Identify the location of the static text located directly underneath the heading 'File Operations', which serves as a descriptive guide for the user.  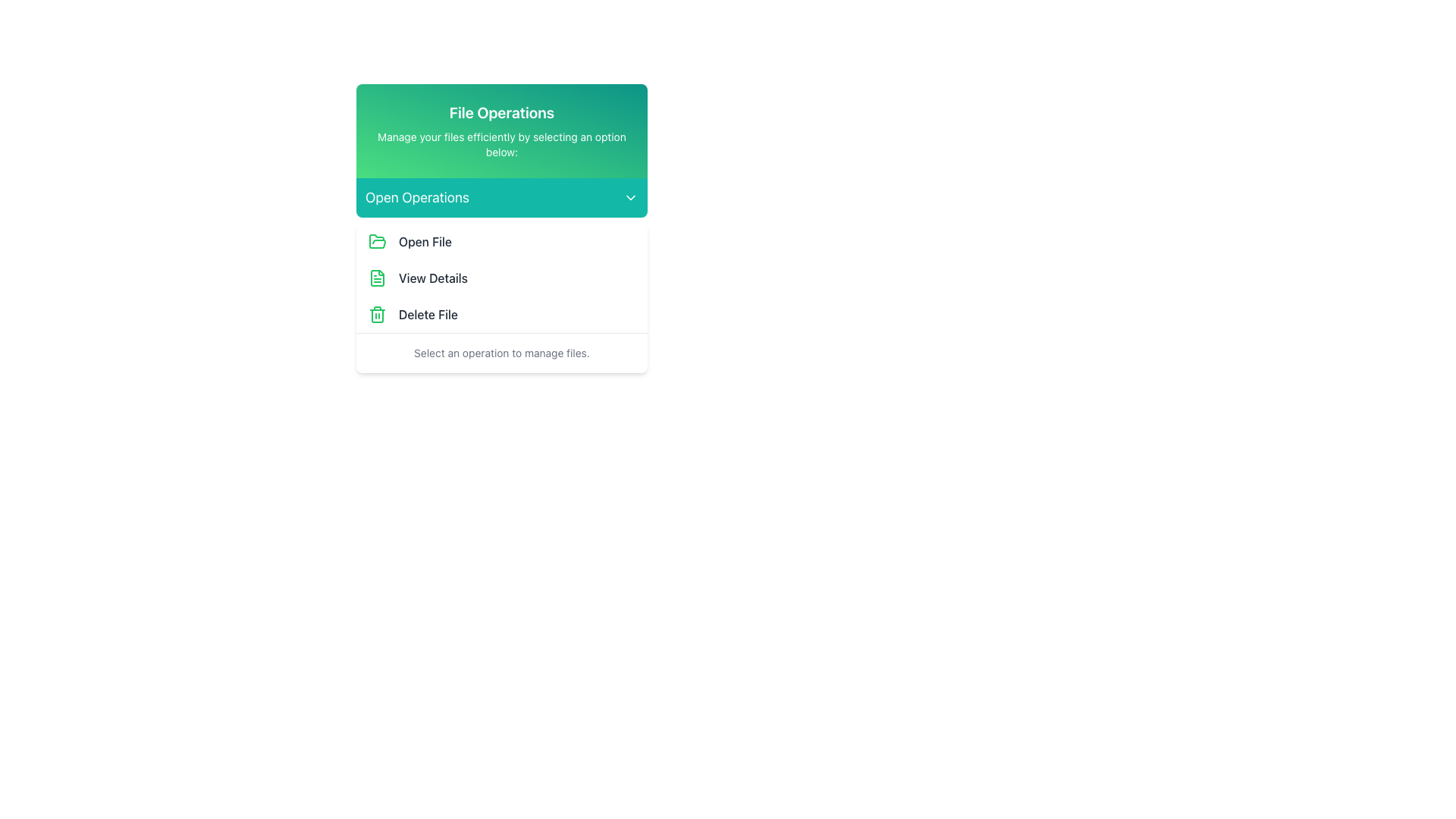
(502, 145).